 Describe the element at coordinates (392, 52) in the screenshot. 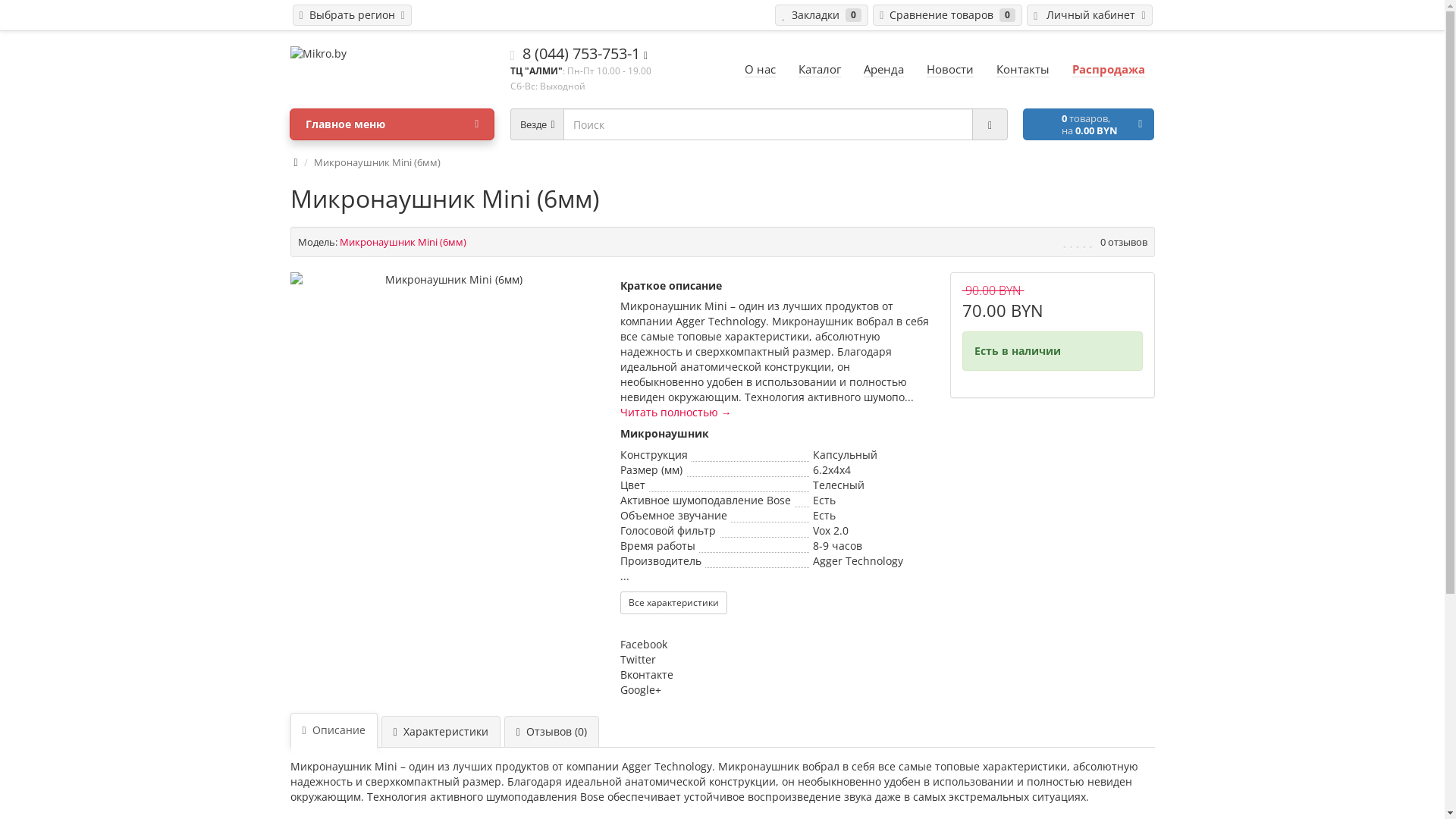

I see `'Mikro.by'` at that location.